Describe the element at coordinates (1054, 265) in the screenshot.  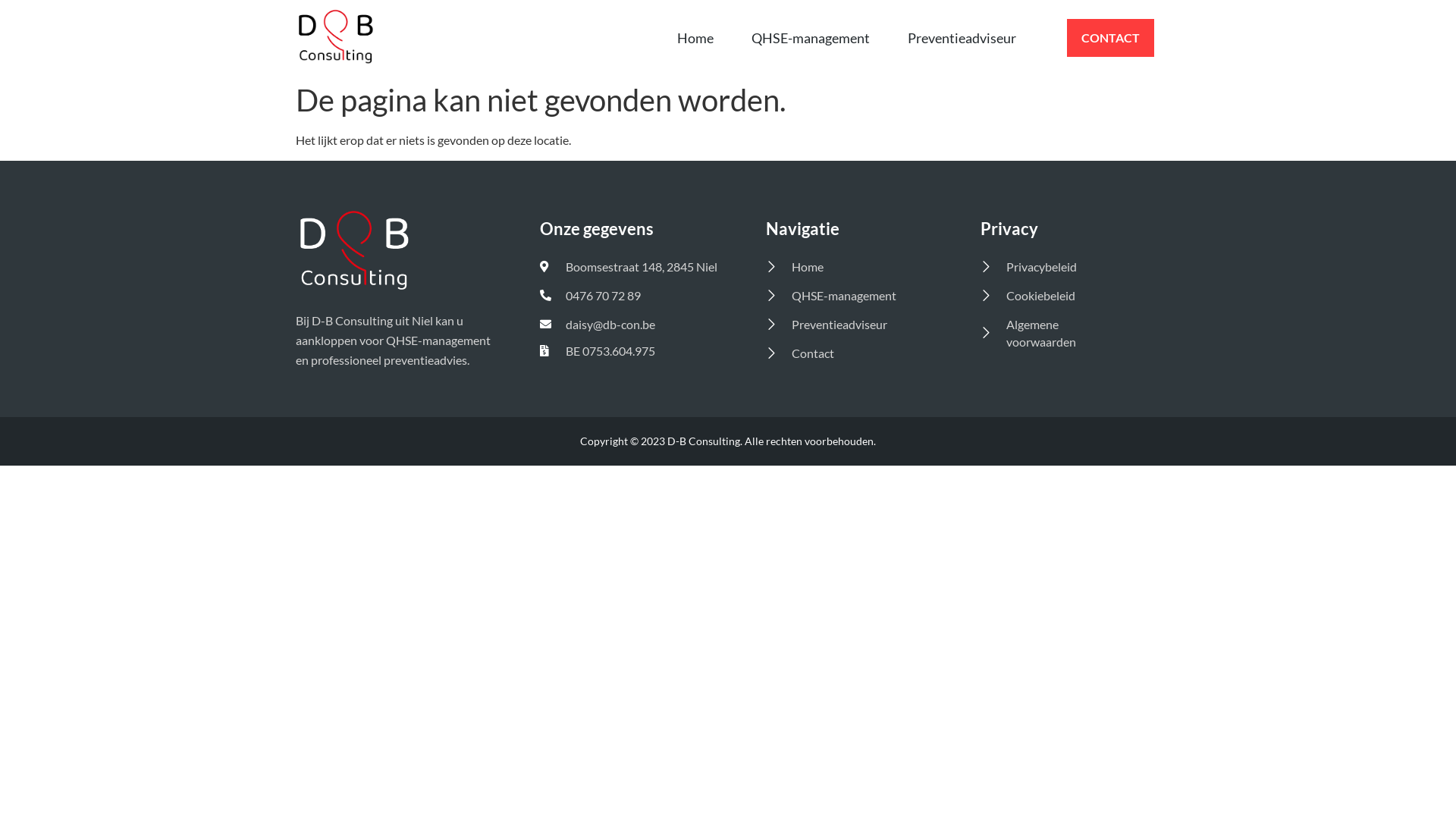
I see `'Privacybeleid'` at that location.